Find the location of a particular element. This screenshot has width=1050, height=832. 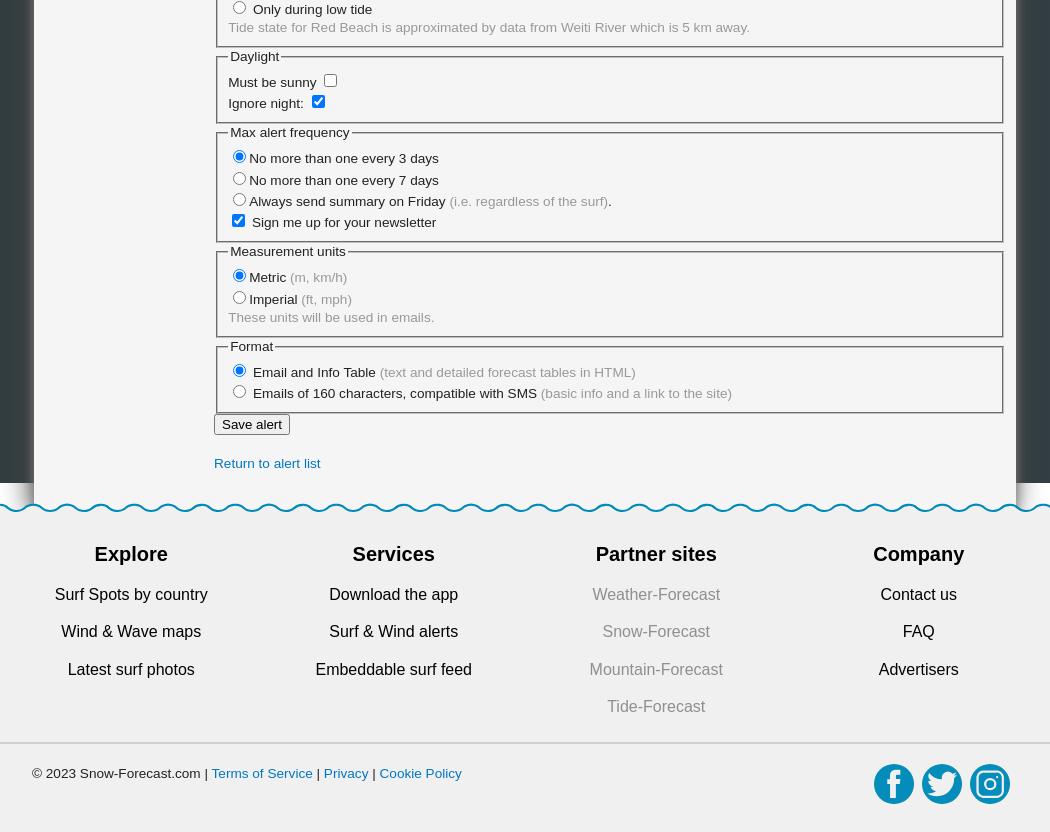

'Daylight' is located at coordinates (254, 54).